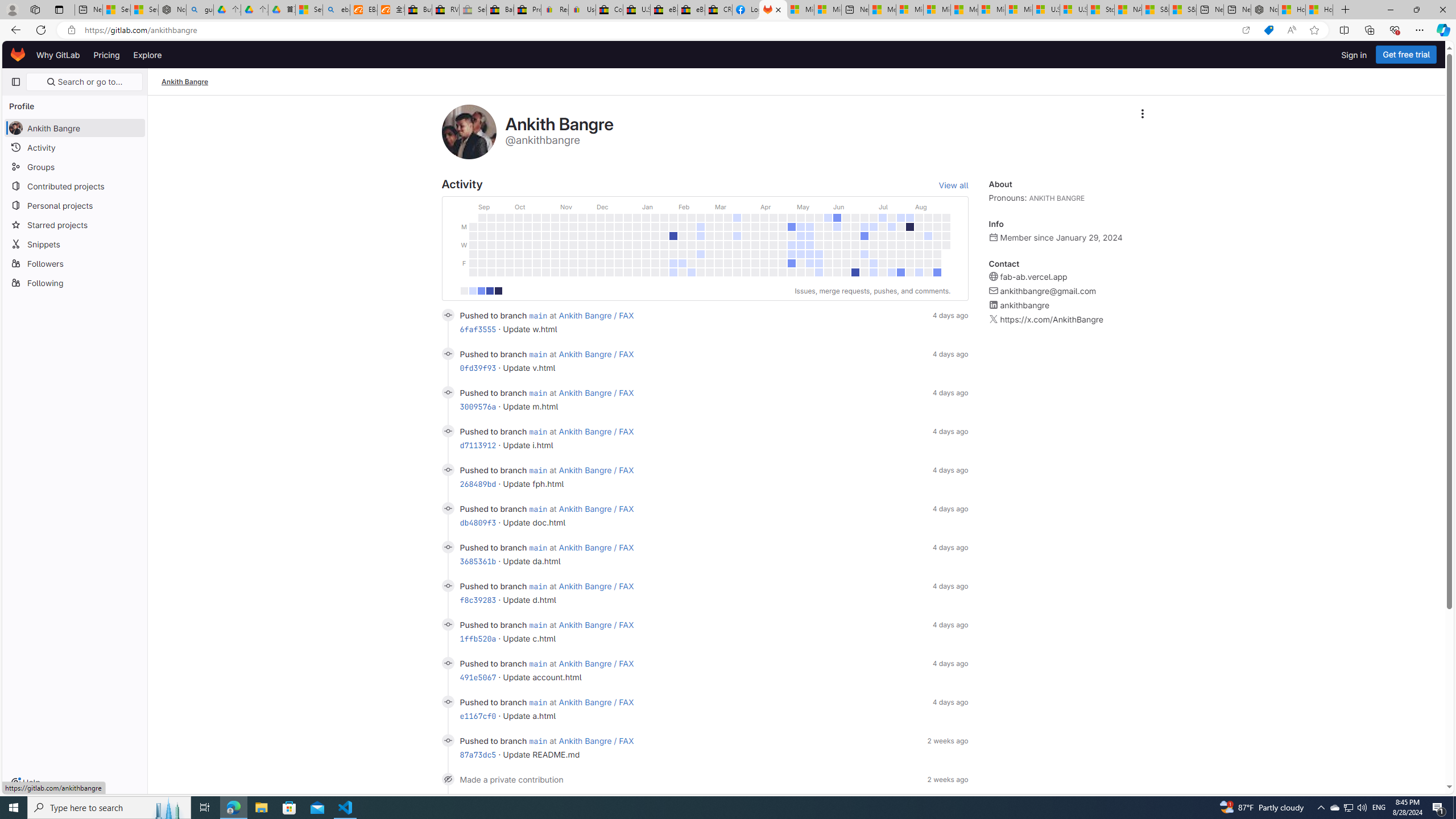 The height and width of the screenshot is (819, 1456). I want to click on 'Ankith Bangre / FAX', so click(596, 741).